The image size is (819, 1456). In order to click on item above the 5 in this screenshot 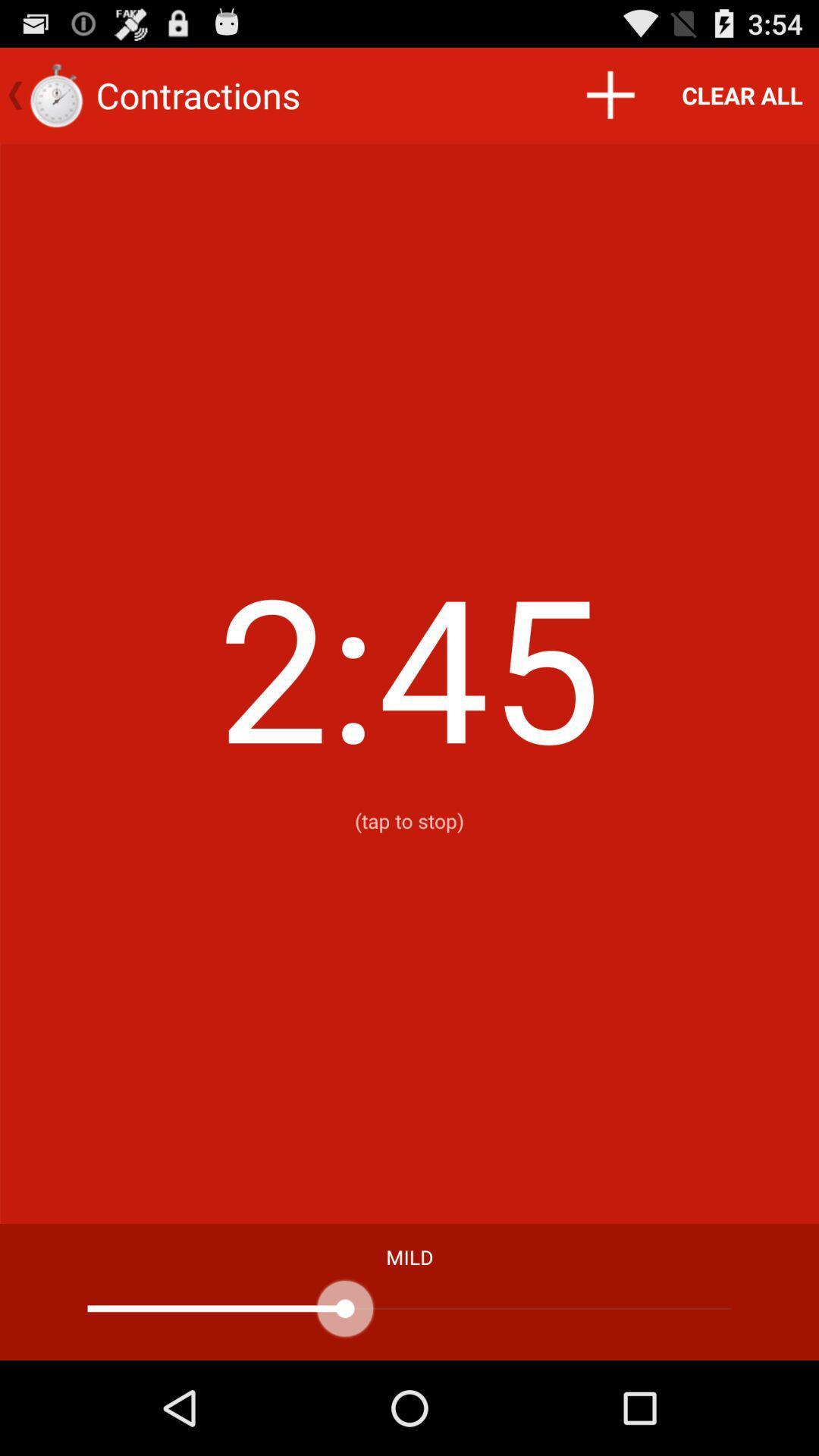, I will do `click(609, 94)`.